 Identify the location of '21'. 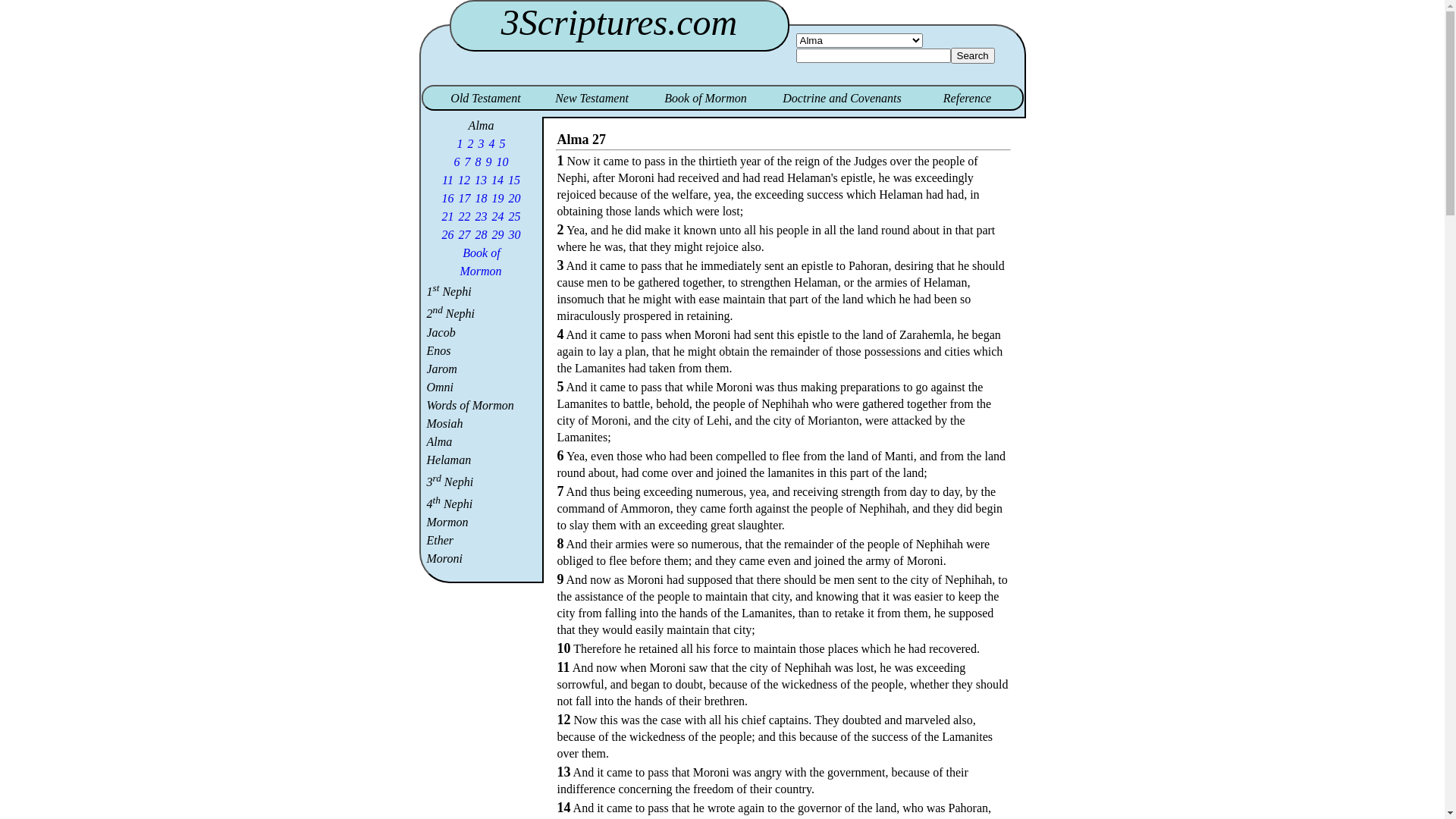
(447, 216).